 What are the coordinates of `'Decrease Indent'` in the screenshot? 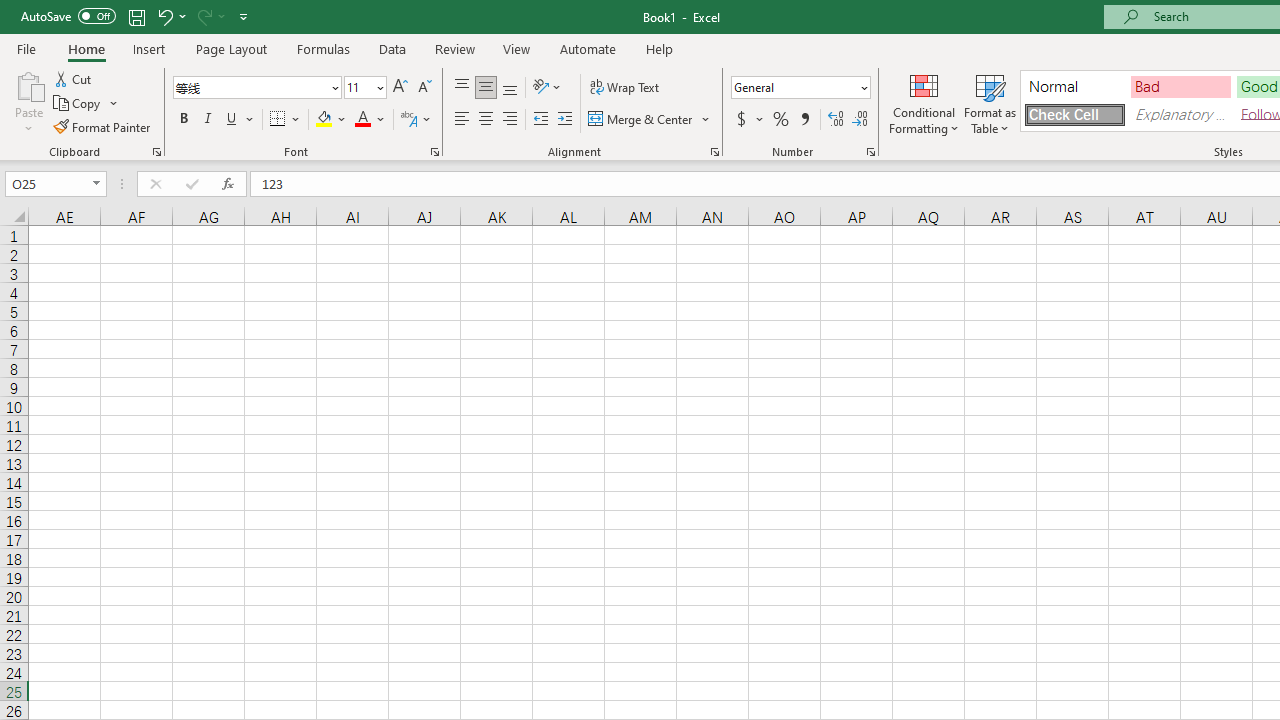 It's located at (540, 119).